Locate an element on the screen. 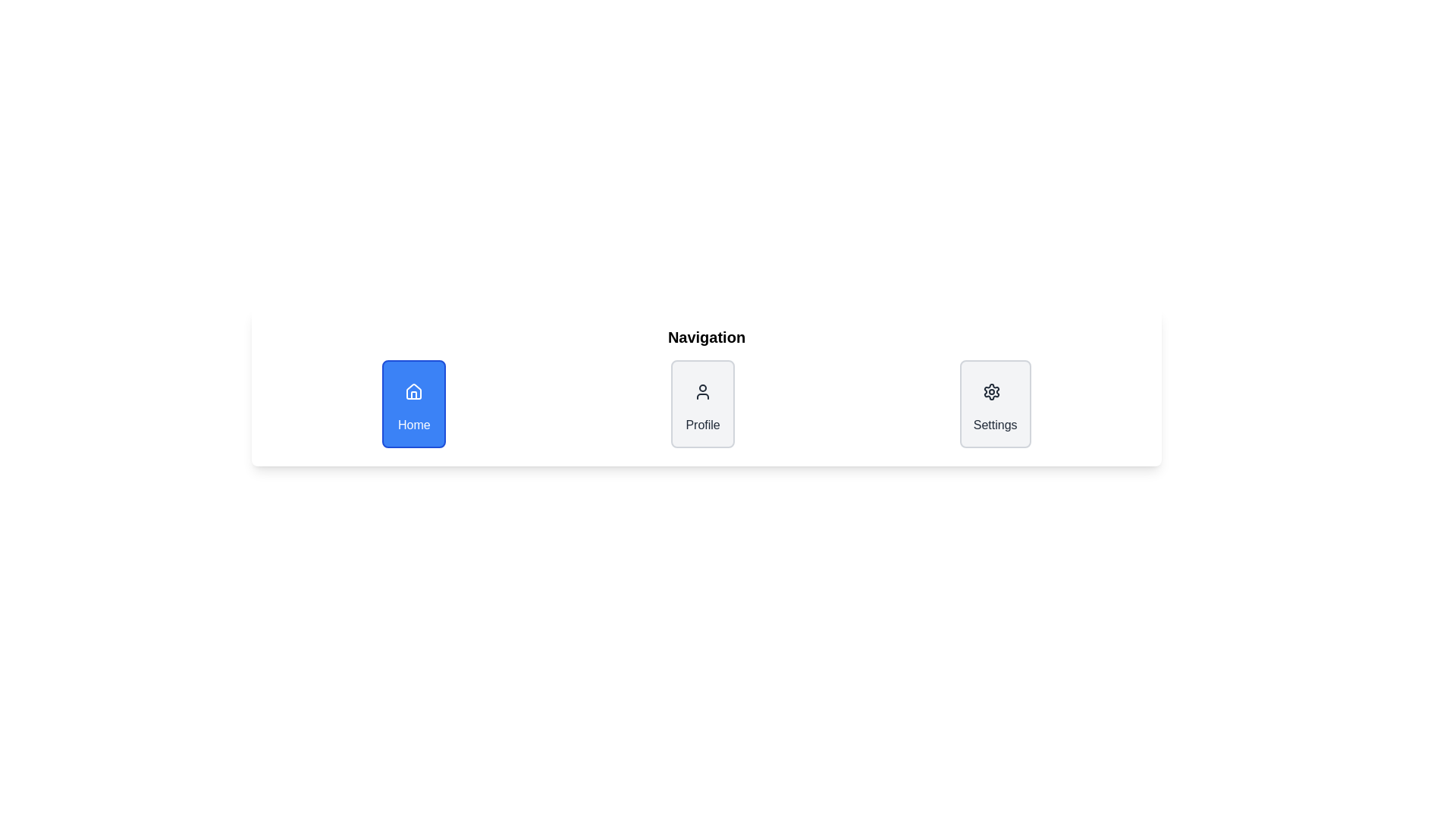  the blue rectangular 'Home' button with a house icon and text below is located at coordinates (414, 403).